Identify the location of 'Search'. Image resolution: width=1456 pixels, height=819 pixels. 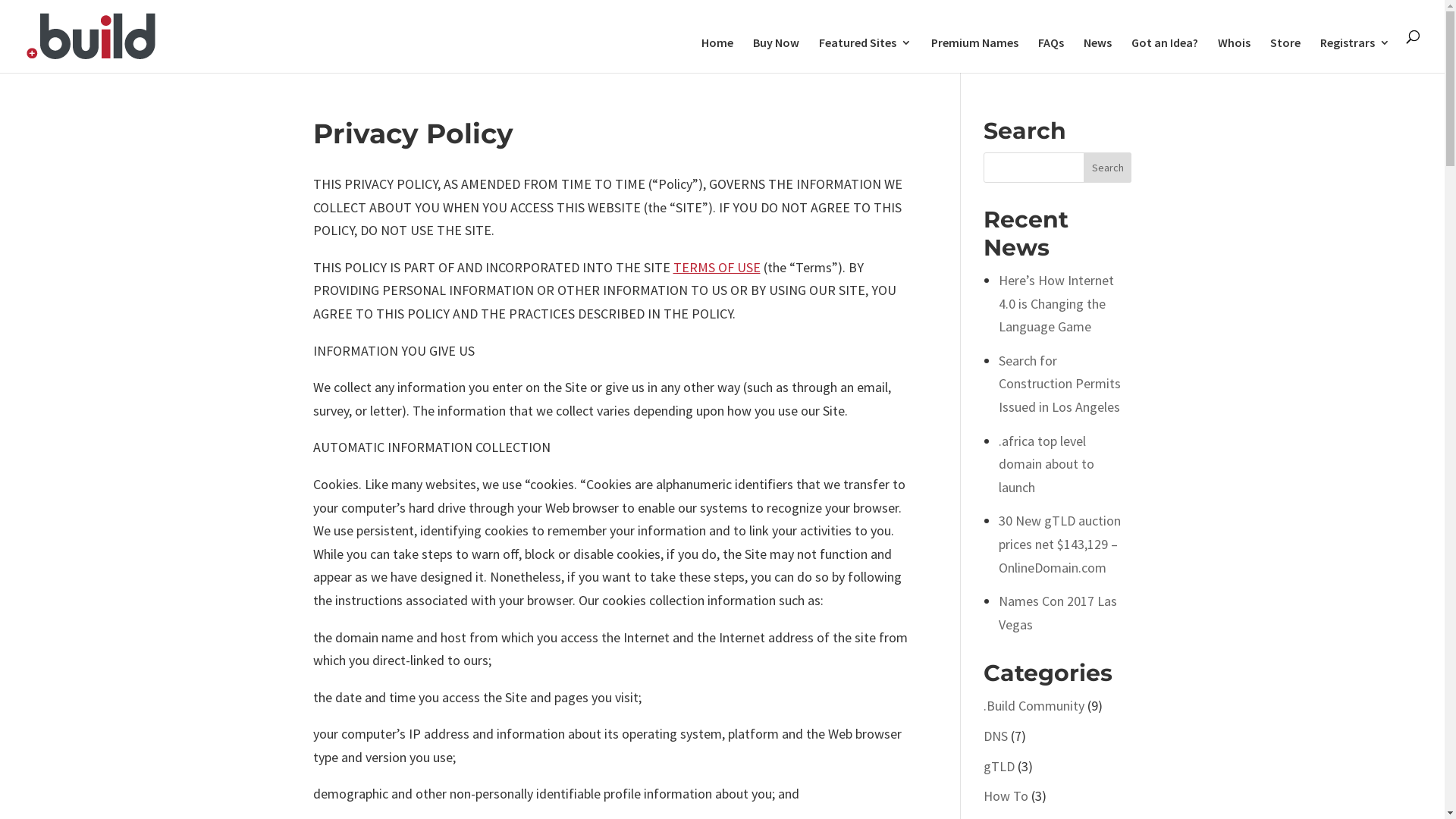
(1107, 167).